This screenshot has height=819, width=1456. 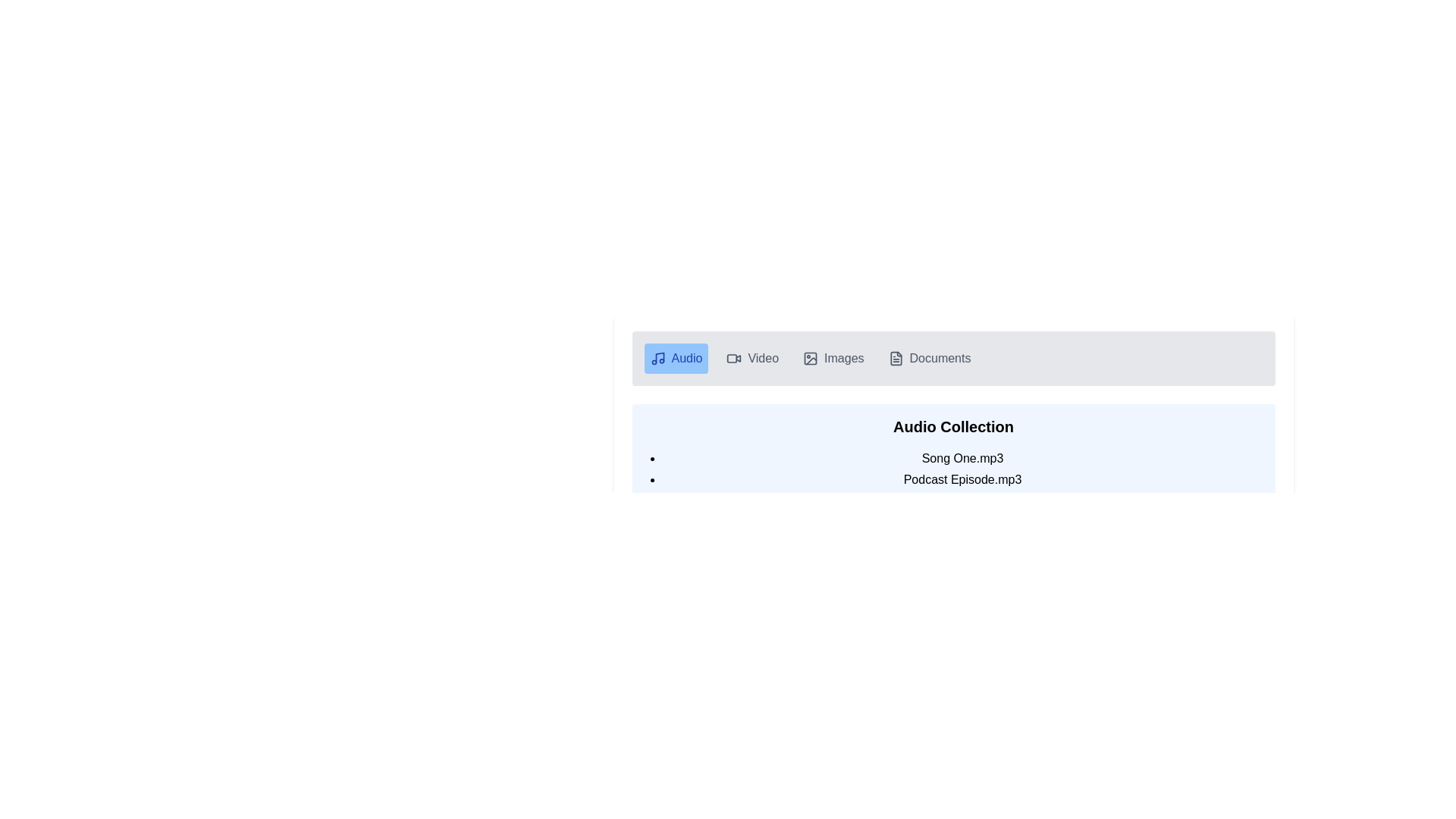 I want to click on the text display element containing 'Song One.mp3', which is the first item in the vertical list of the 'Audio Collection' section, so click(x=962, y=458).